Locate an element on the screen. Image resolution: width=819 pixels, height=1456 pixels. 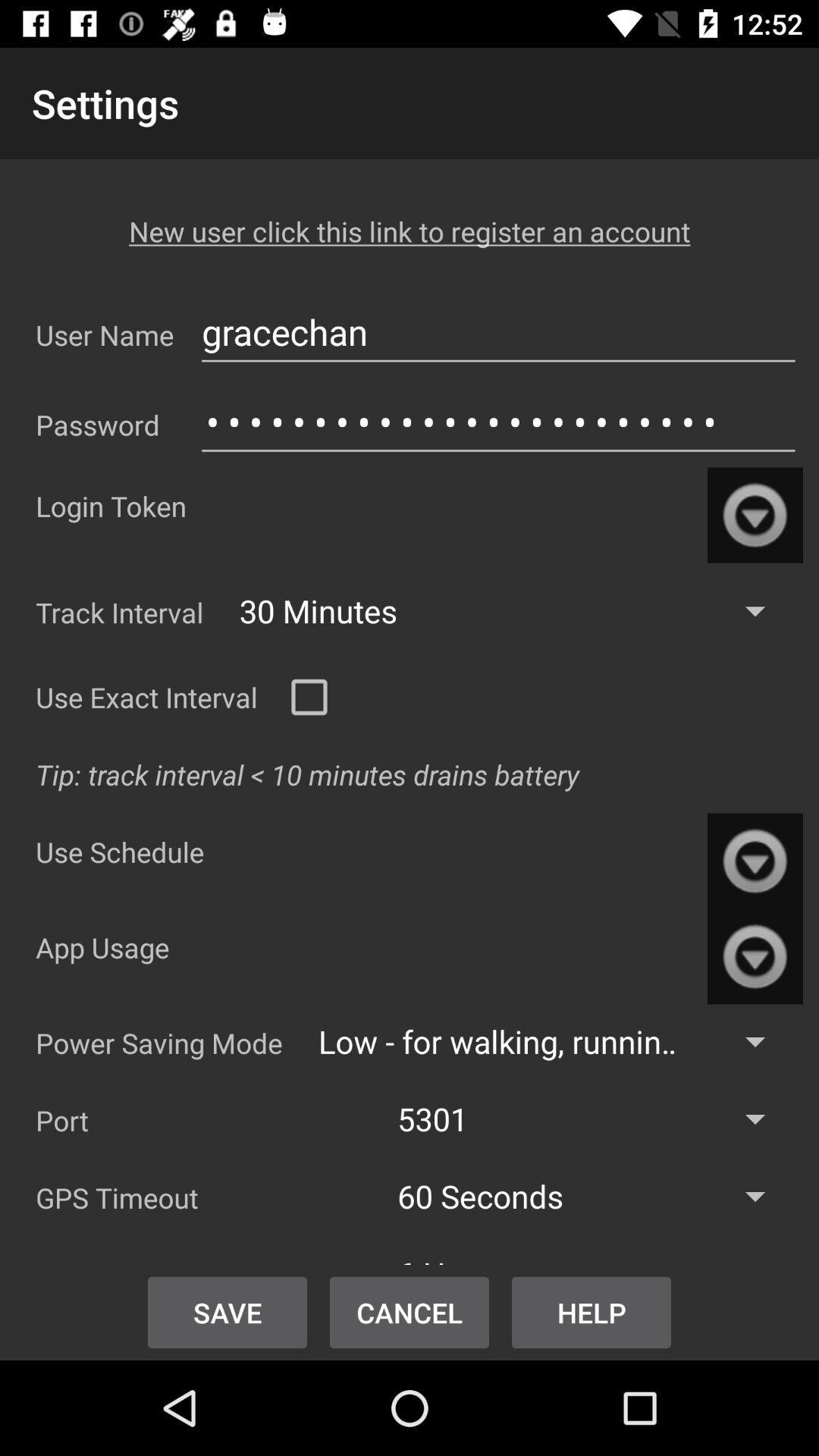
the expand_more icon is located at coordinates (755, 955).